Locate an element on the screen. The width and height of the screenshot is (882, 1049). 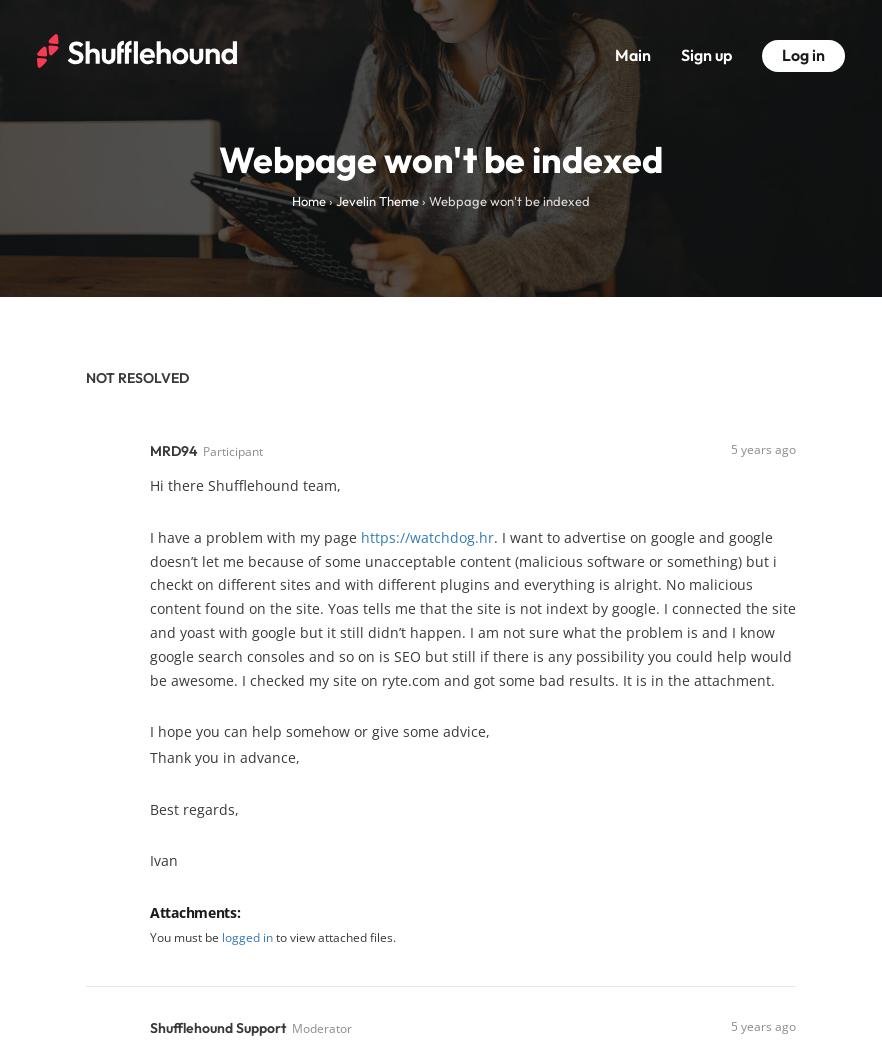
'Best regards,' is located at coordinates (194, 807).